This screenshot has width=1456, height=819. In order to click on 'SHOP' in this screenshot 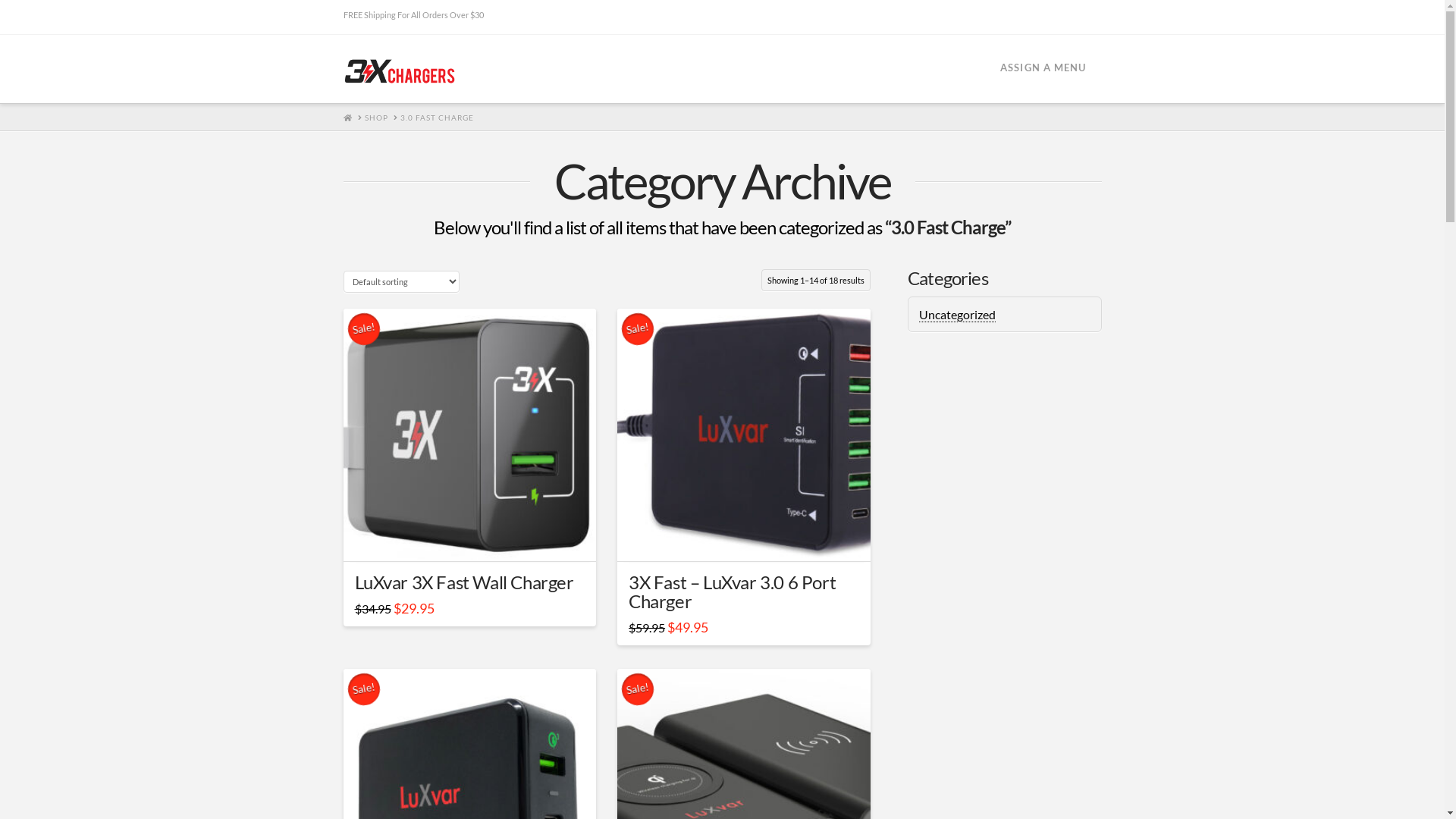, I will do `click(364, 116)`.